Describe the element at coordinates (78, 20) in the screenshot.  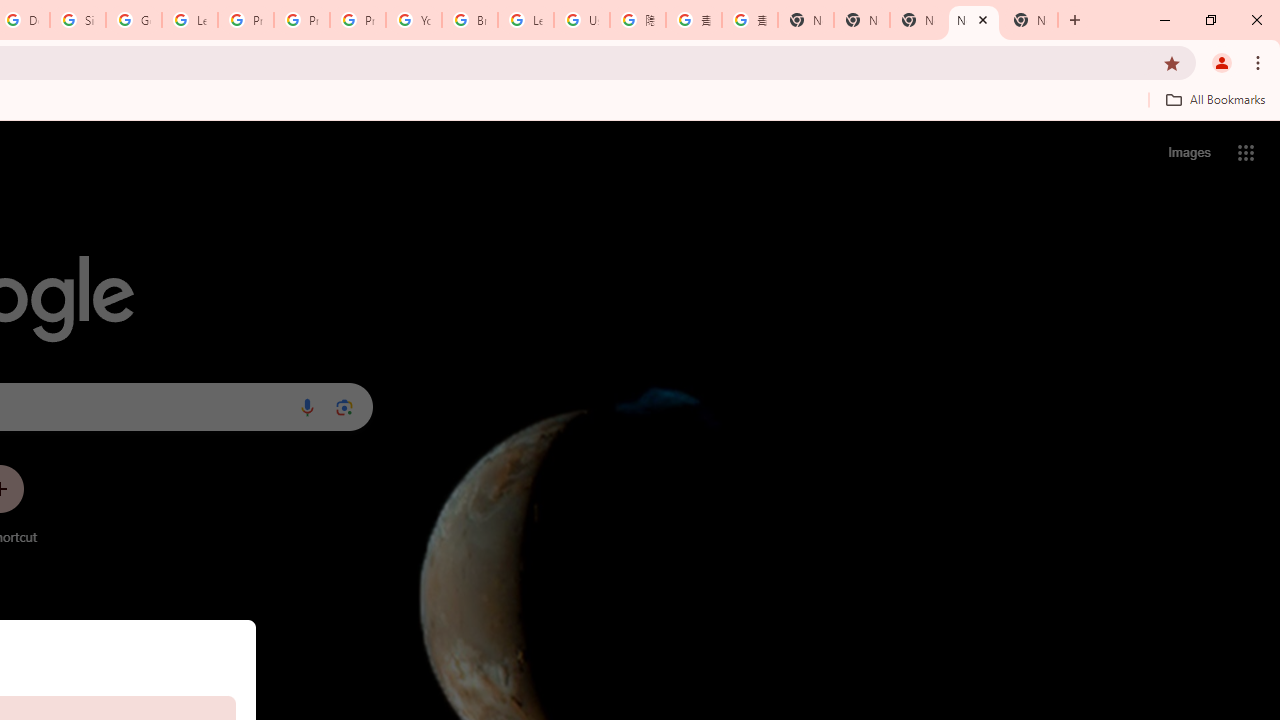
I see `'Sign in - Google Accounts'` at that location.